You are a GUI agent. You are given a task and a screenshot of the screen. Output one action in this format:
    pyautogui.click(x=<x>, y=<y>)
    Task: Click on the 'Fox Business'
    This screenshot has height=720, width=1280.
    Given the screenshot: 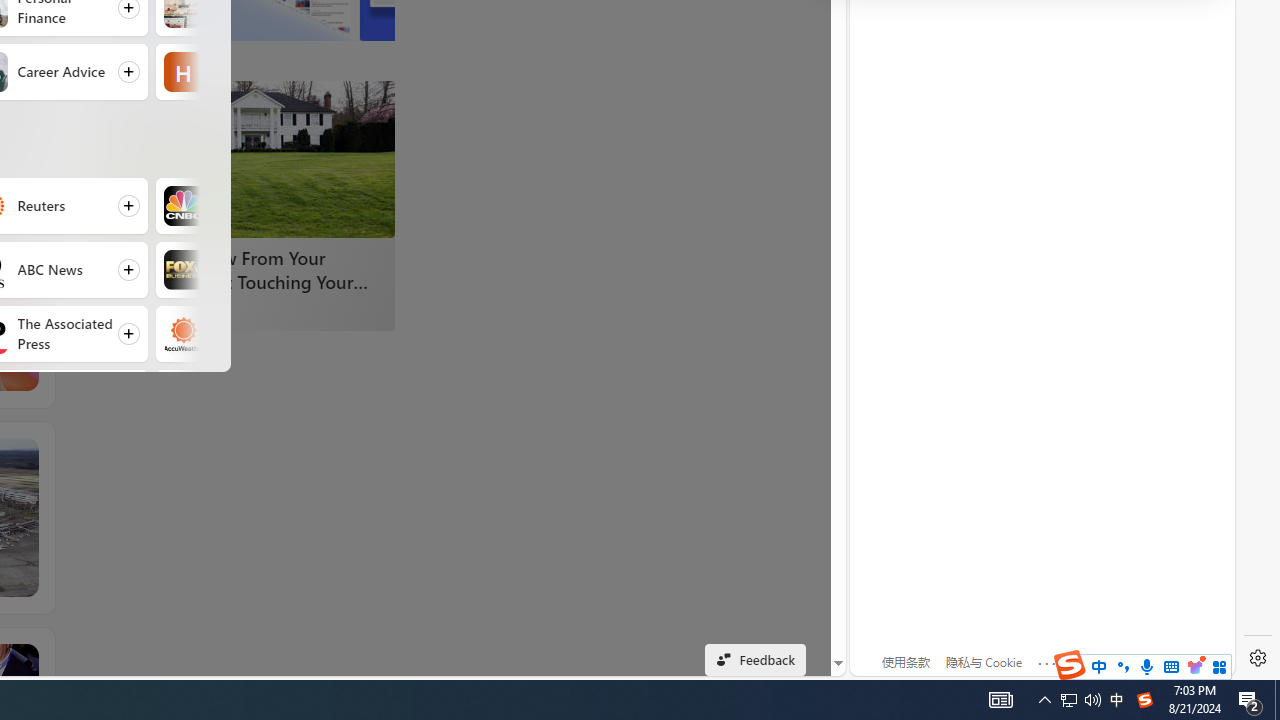 What is the action you would take?
    pyautogui.click(x=183, y=270)
    